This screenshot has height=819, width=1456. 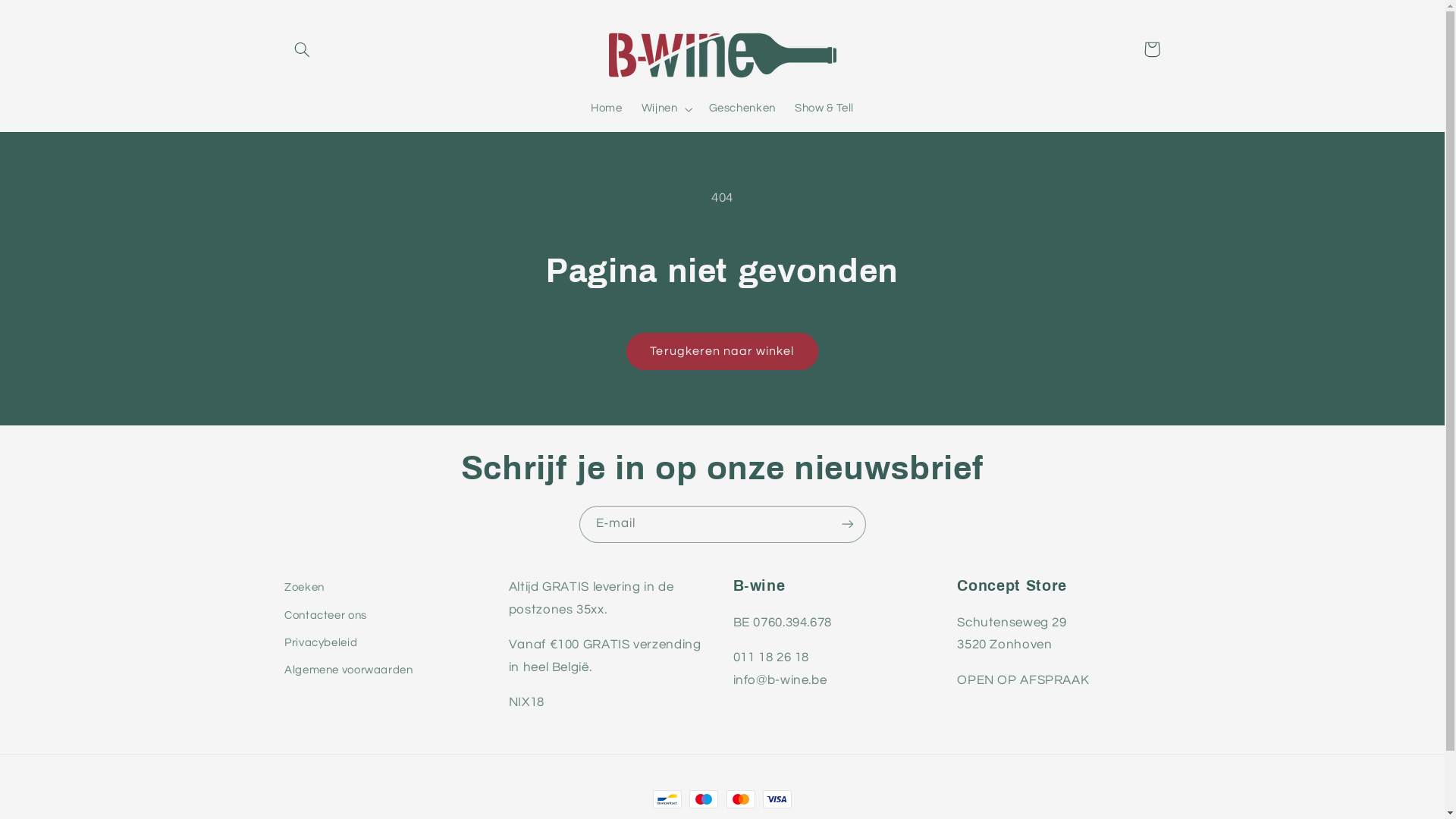 What do you see at coordinates (319, 643) in the screenshot?
I see `'Privacybeleid'` at bounding box center [319, 643].